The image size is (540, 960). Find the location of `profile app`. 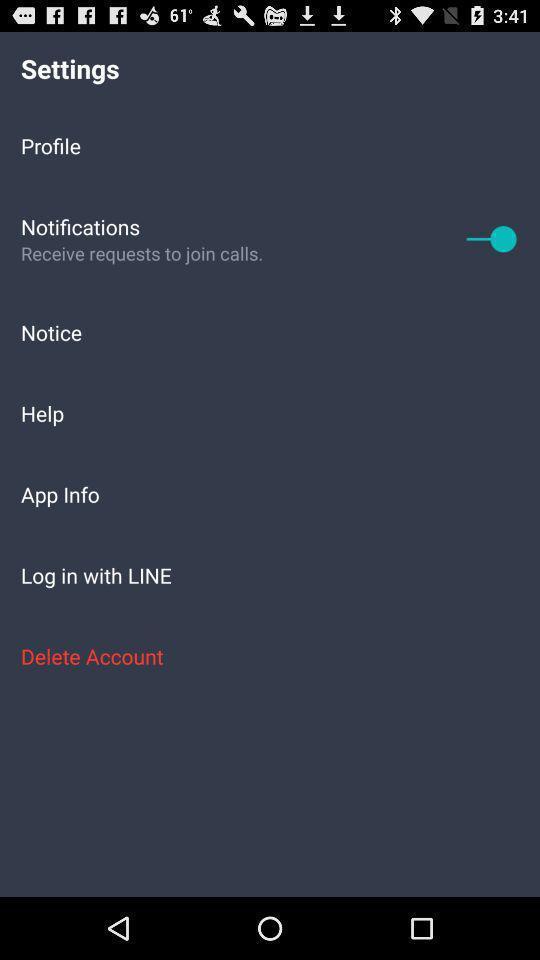

profile app is located at coordinates (270, 144).